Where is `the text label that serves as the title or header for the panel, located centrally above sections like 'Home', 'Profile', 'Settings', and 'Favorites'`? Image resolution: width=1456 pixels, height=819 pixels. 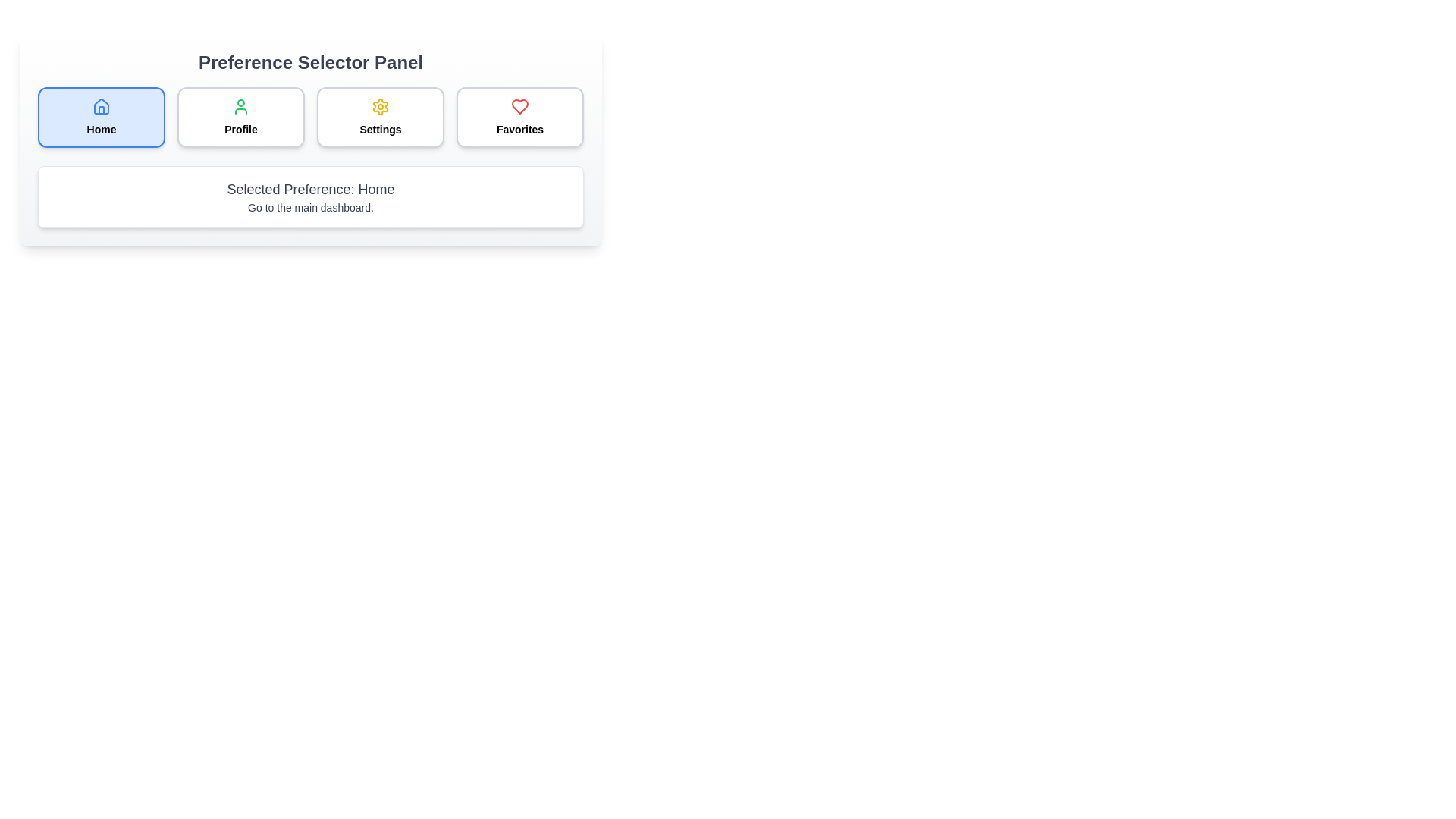 the text label that serves as the title or header for the panel, located centrally above sections like 'Home', 'Profile', 'Settings', and 'Favorites' is located at coordinates (309, 62).